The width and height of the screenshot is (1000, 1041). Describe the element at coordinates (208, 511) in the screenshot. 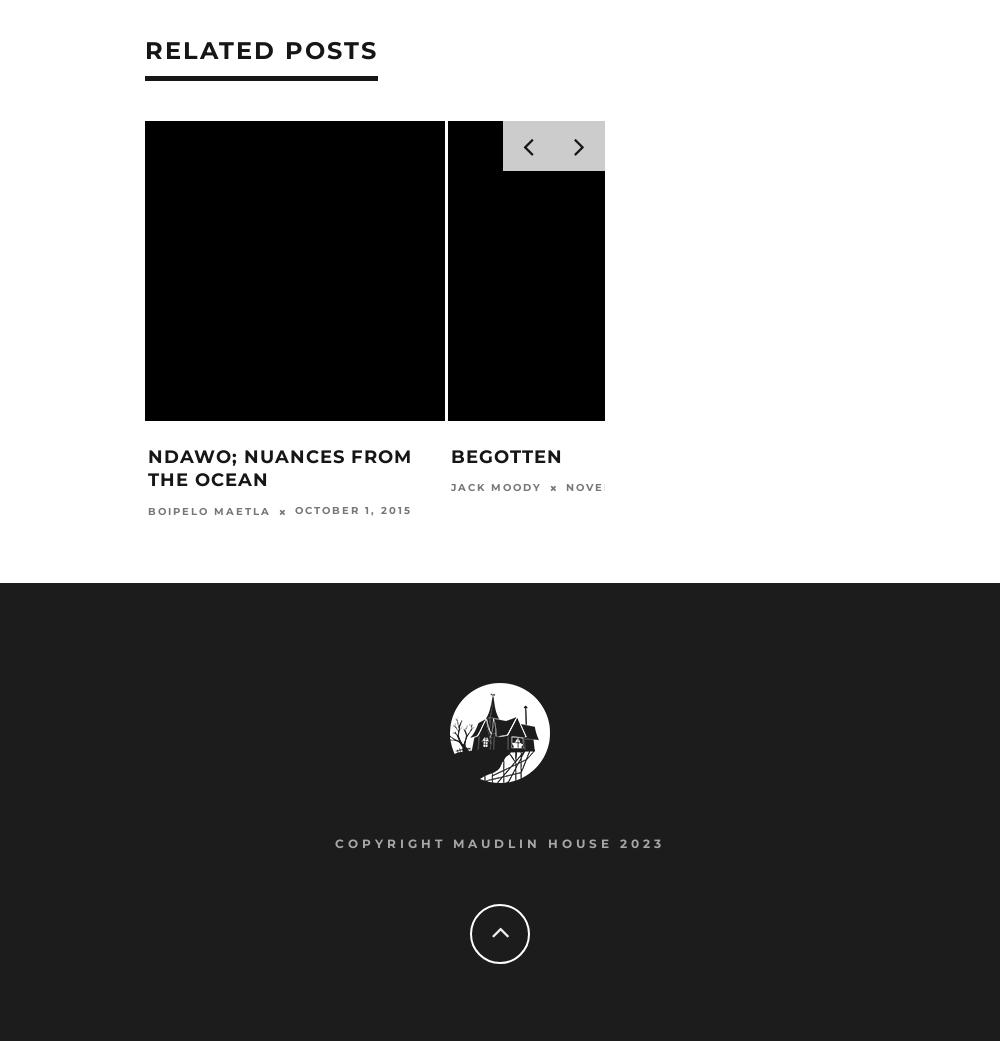

I see `'Boipelo Maetla'` at that location.